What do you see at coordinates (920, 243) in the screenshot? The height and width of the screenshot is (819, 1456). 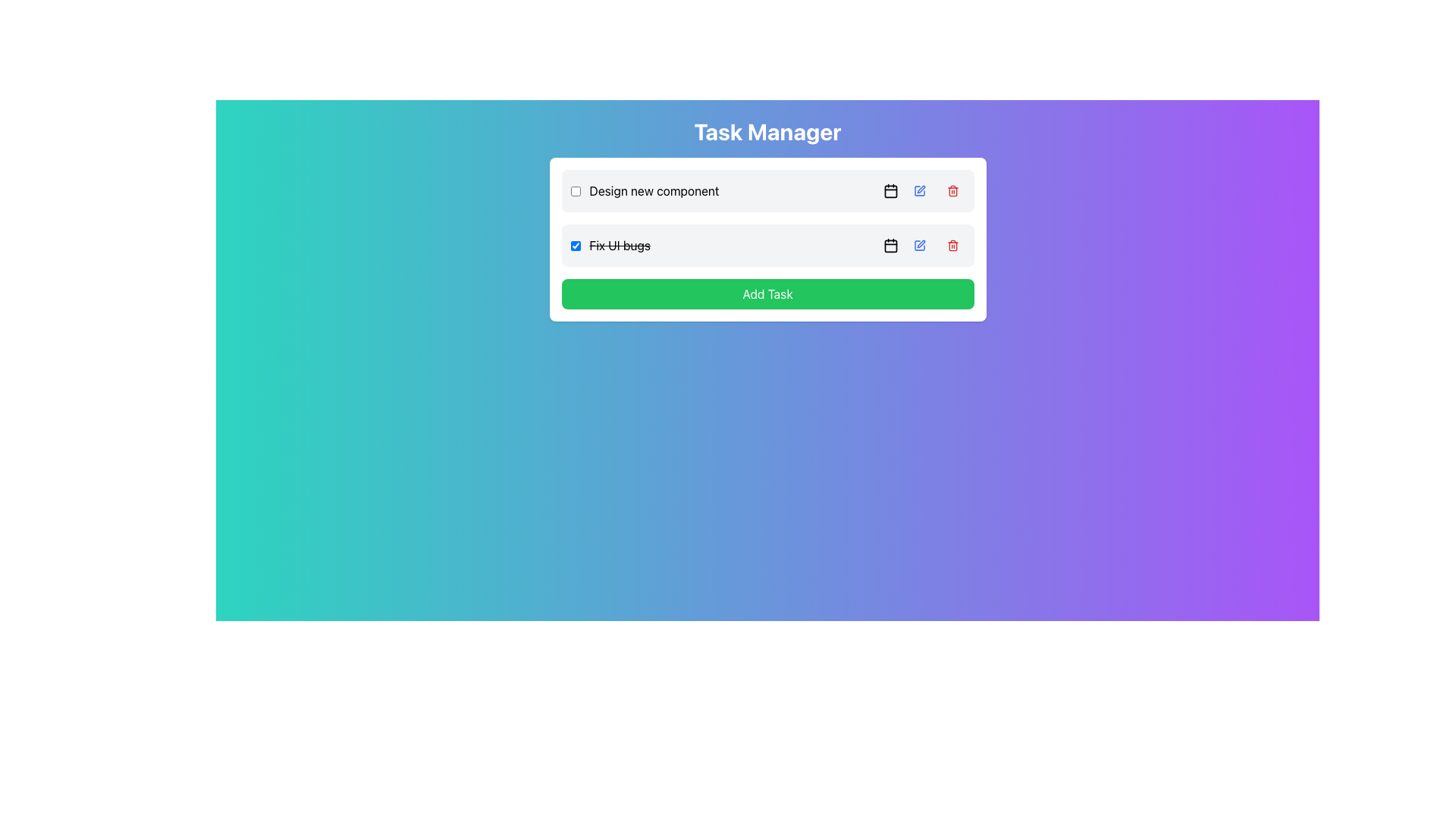 I see `the pen icon button located in the task box for 'Fix UI bugs'` at bounding box center [920, 243].